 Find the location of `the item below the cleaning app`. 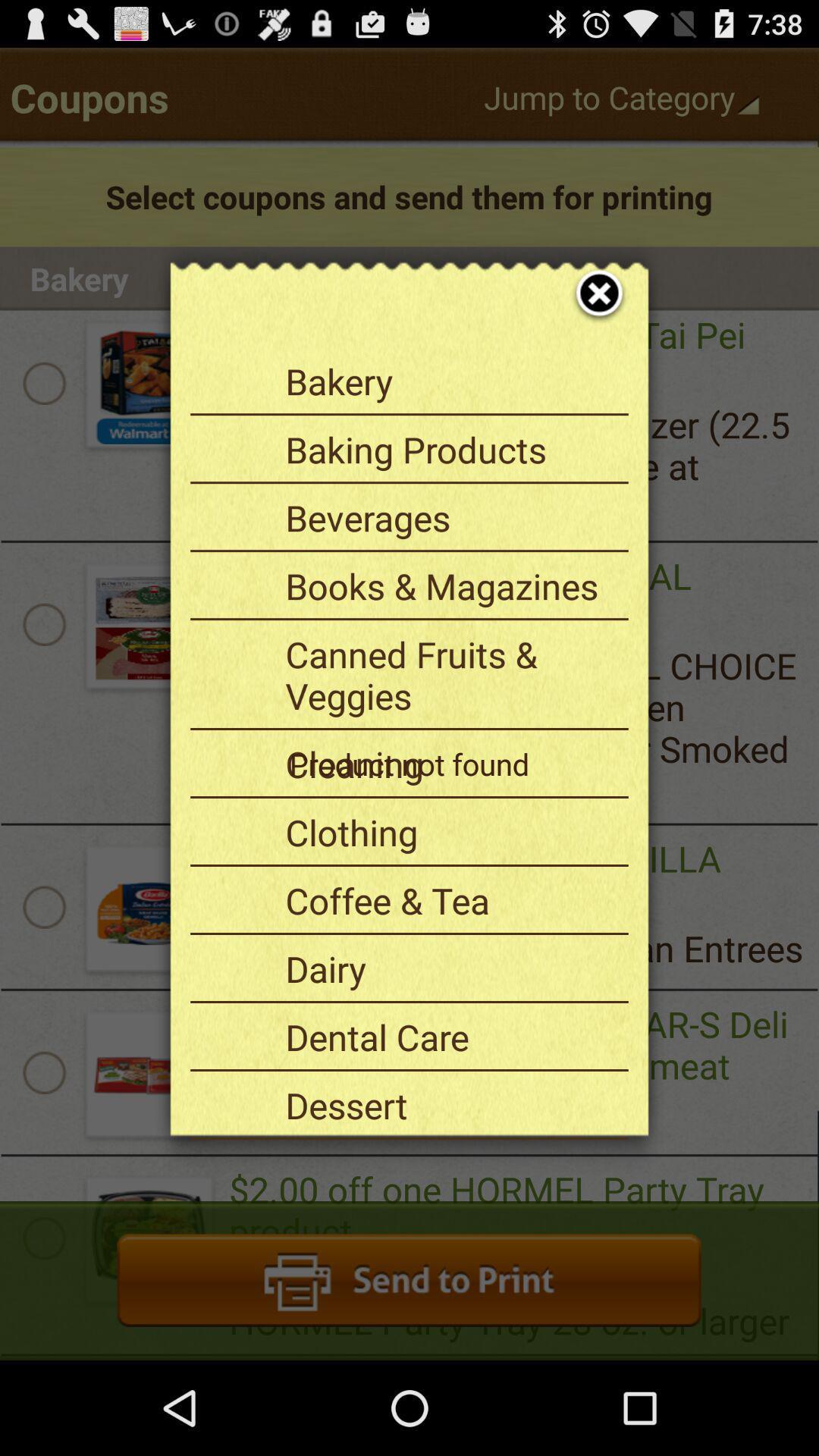

the item below the cleaning app is located at coordinates (450, 831).